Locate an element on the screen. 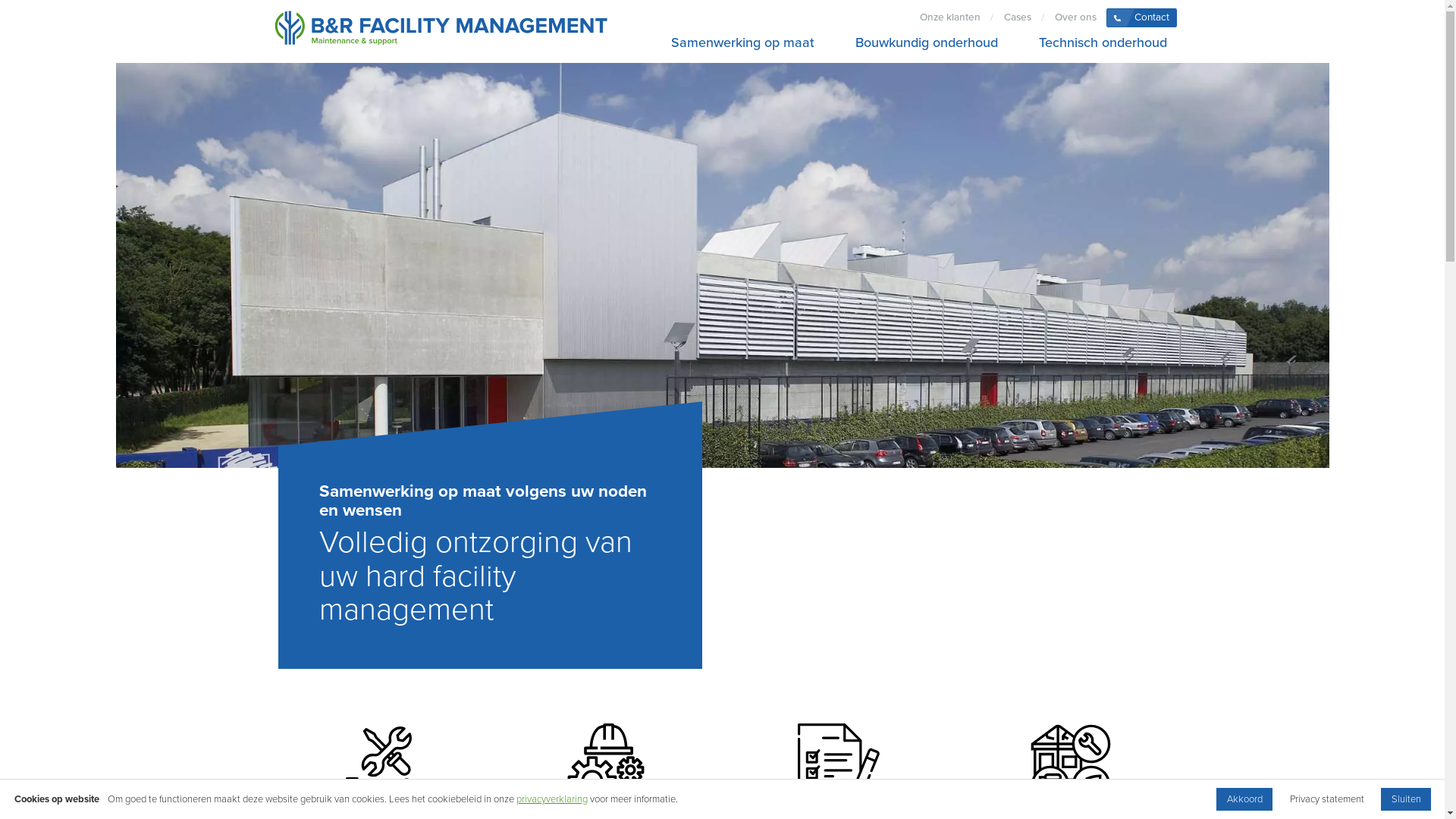 The height and width of the screenshot is (819, 1456). 'Over ons' is located at coordinates (1074, 17).